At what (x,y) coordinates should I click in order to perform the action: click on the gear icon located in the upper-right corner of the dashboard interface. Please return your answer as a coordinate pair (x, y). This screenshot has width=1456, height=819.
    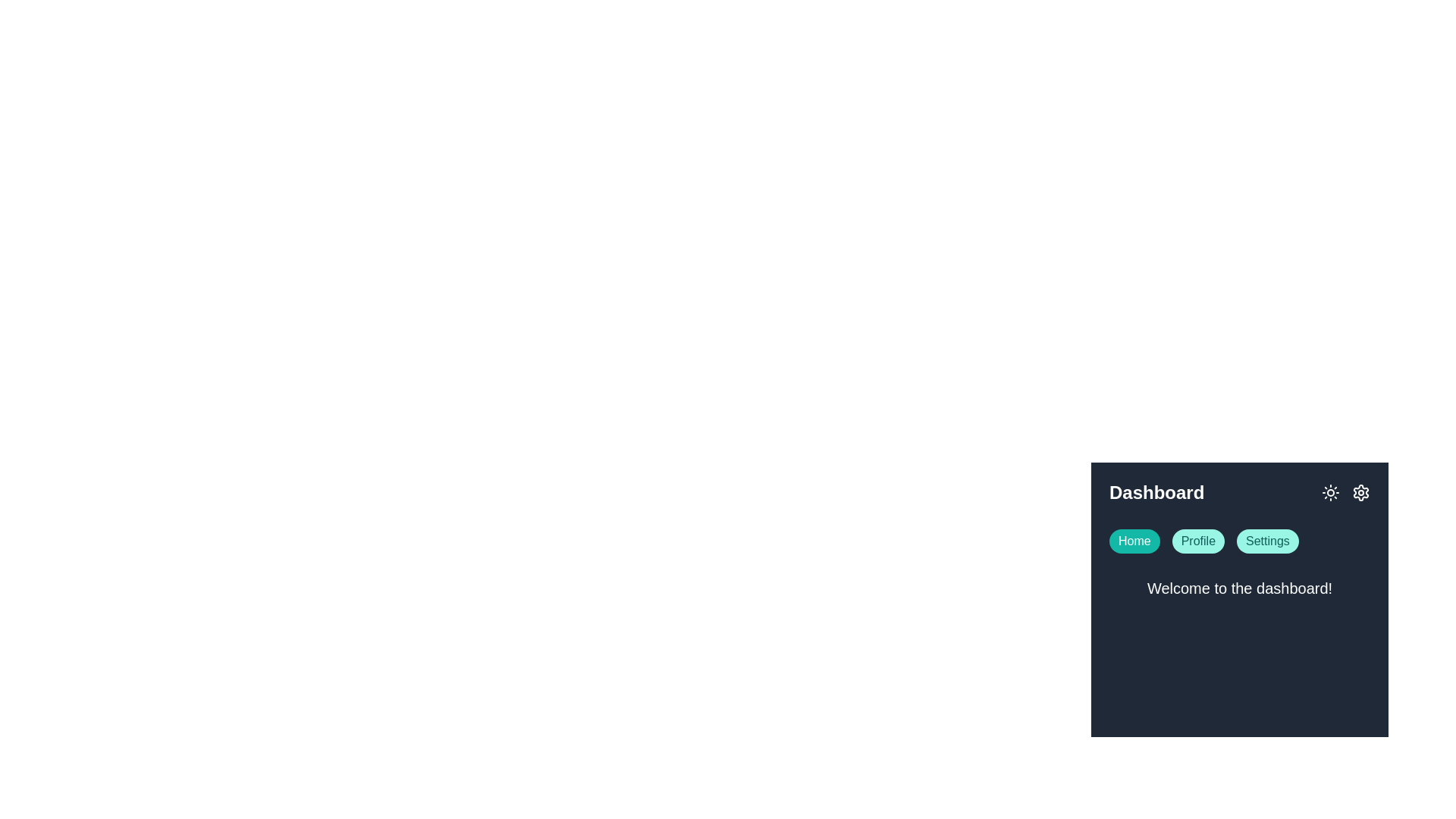
    Looking at the image, I should click on (1361, 493).